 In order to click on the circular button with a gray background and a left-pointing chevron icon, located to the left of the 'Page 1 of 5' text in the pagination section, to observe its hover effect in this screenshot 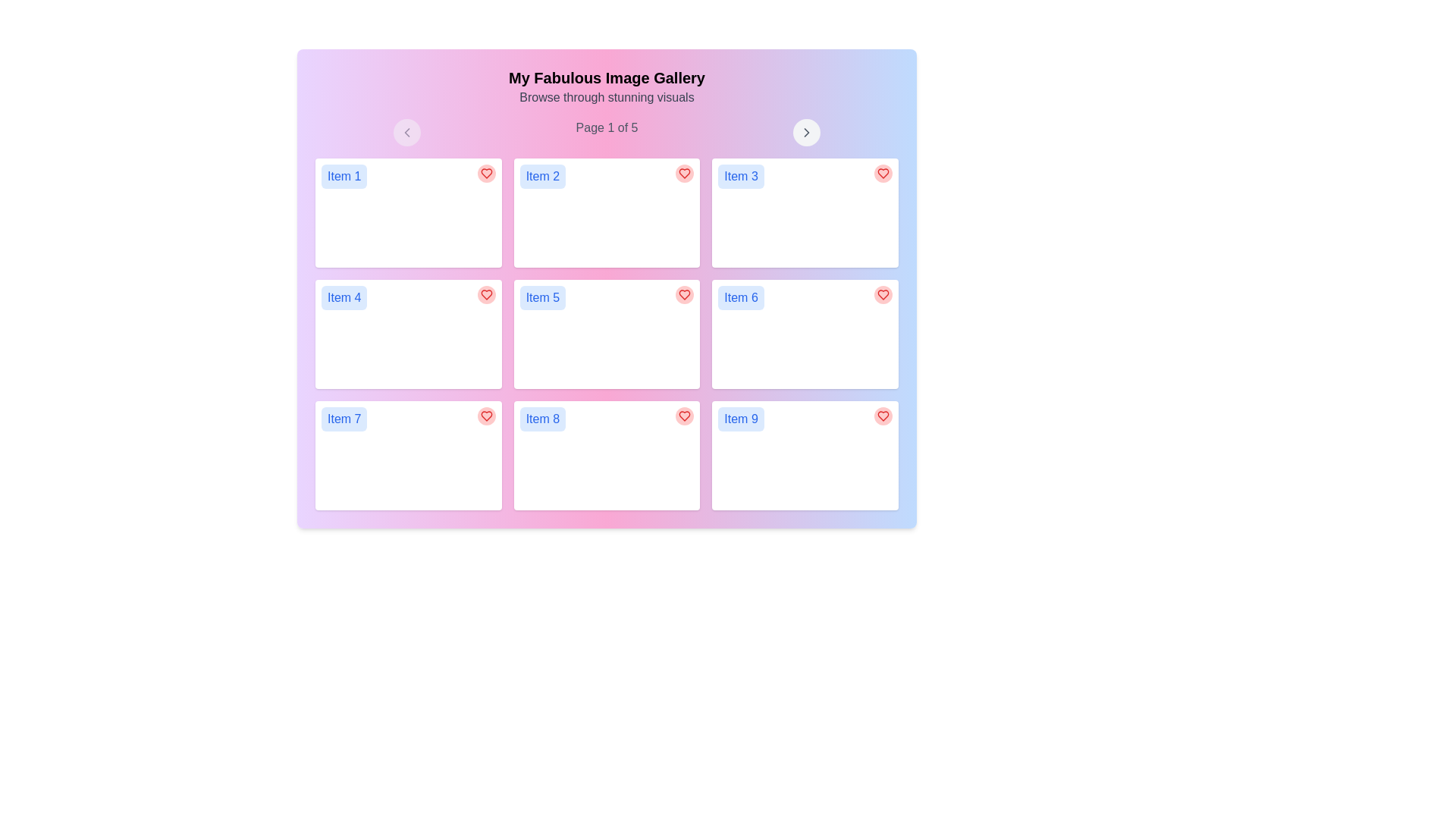, I will do `click(406, 131)`.